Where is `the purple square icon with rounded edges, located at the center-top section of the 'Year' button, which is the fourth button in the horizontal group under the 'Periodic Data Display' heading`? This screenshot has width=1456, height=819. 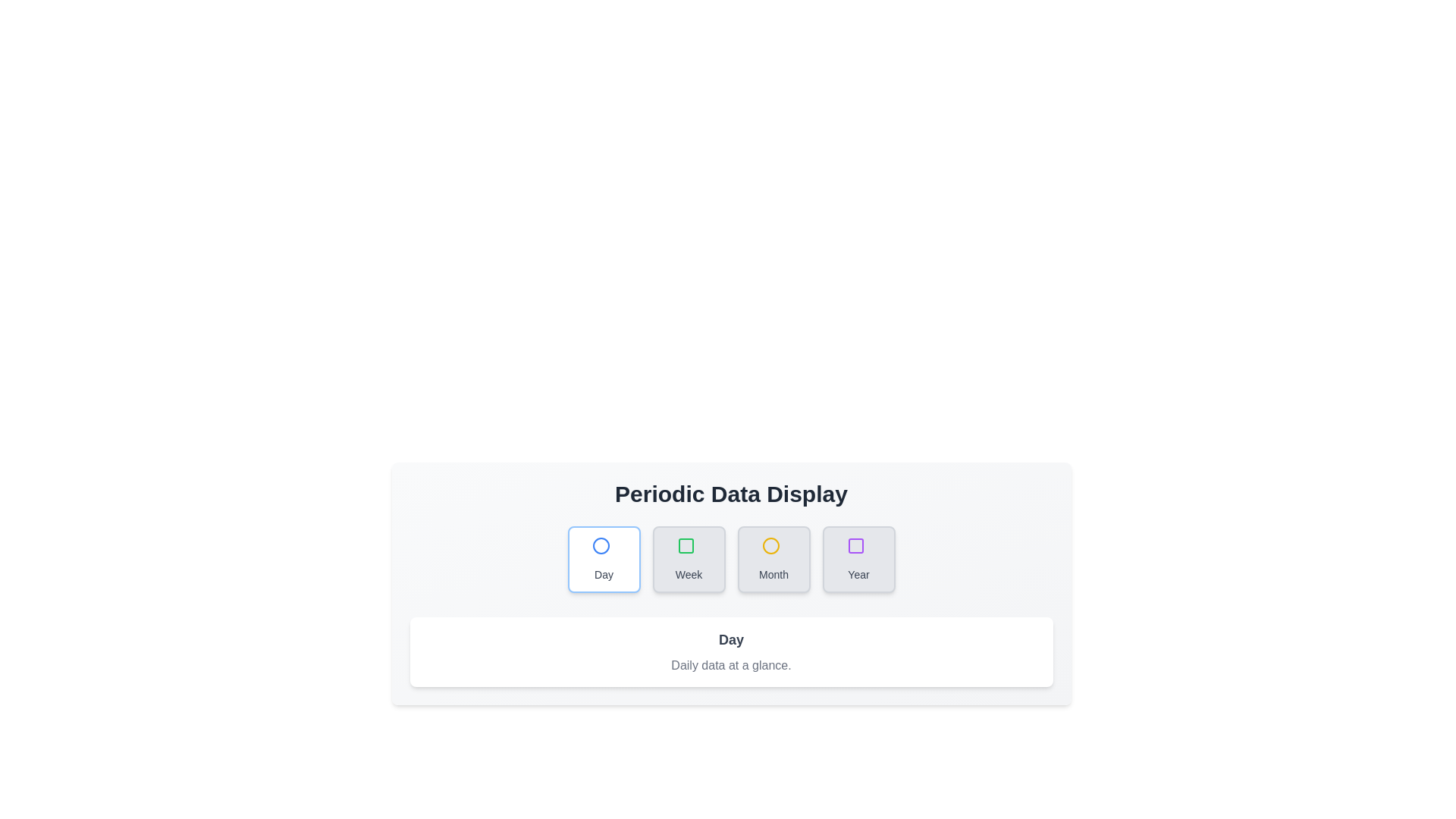 the purple square icon with rounded edges, located at the center-top section of the 'Year' button, which is the fourth button in the horizontal group under the 'Periodic Data Display' heading is located at coordinates (858, 549).